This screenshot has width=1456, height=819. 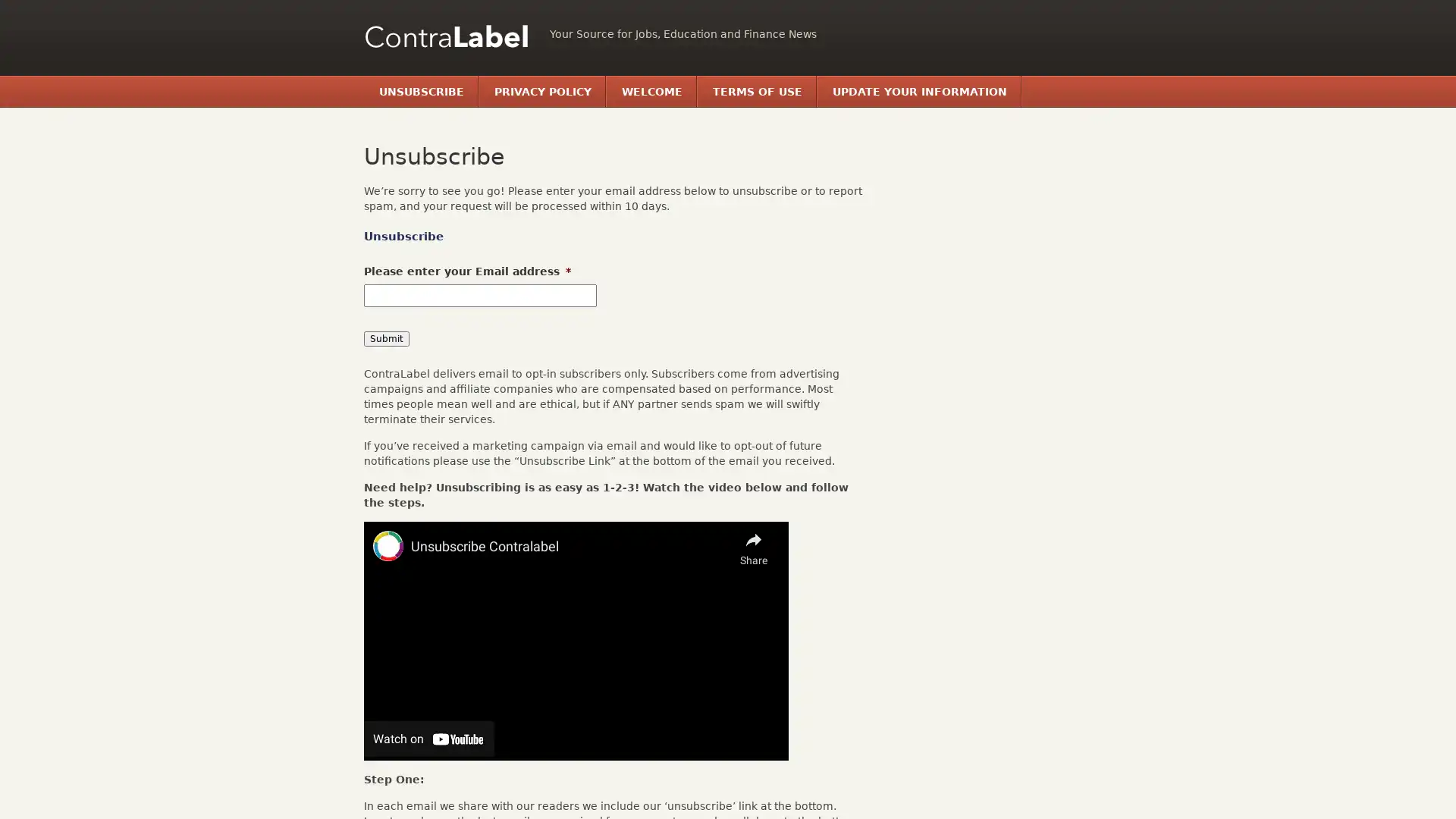 I want to click on Submit, so click(x=386, y=338).